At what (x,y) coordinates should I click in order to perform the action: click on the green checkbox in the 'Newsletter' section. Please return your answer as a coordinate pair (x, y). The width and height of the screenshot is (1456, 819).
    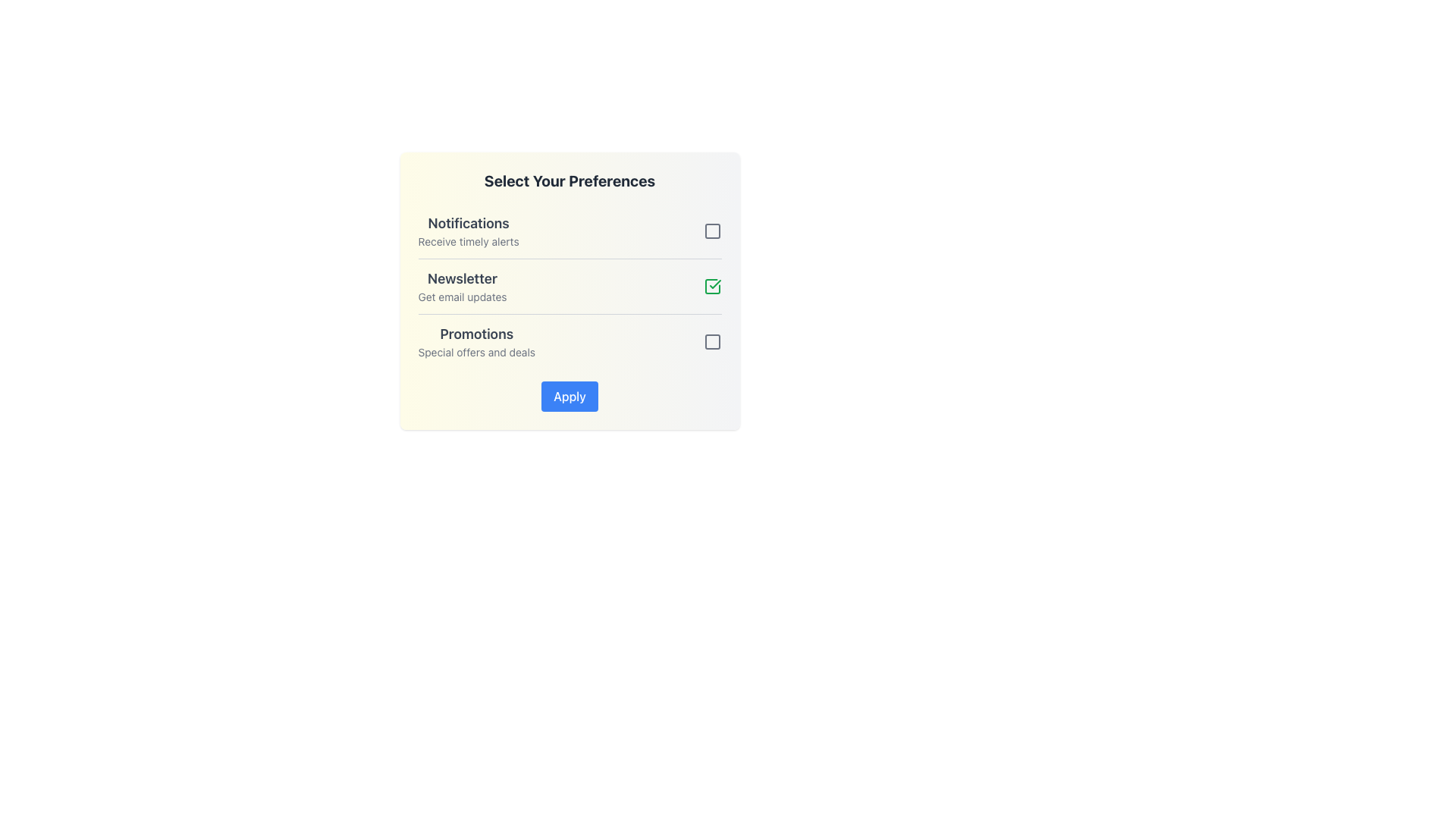
    Looking at the image, I should click on (711, 287).